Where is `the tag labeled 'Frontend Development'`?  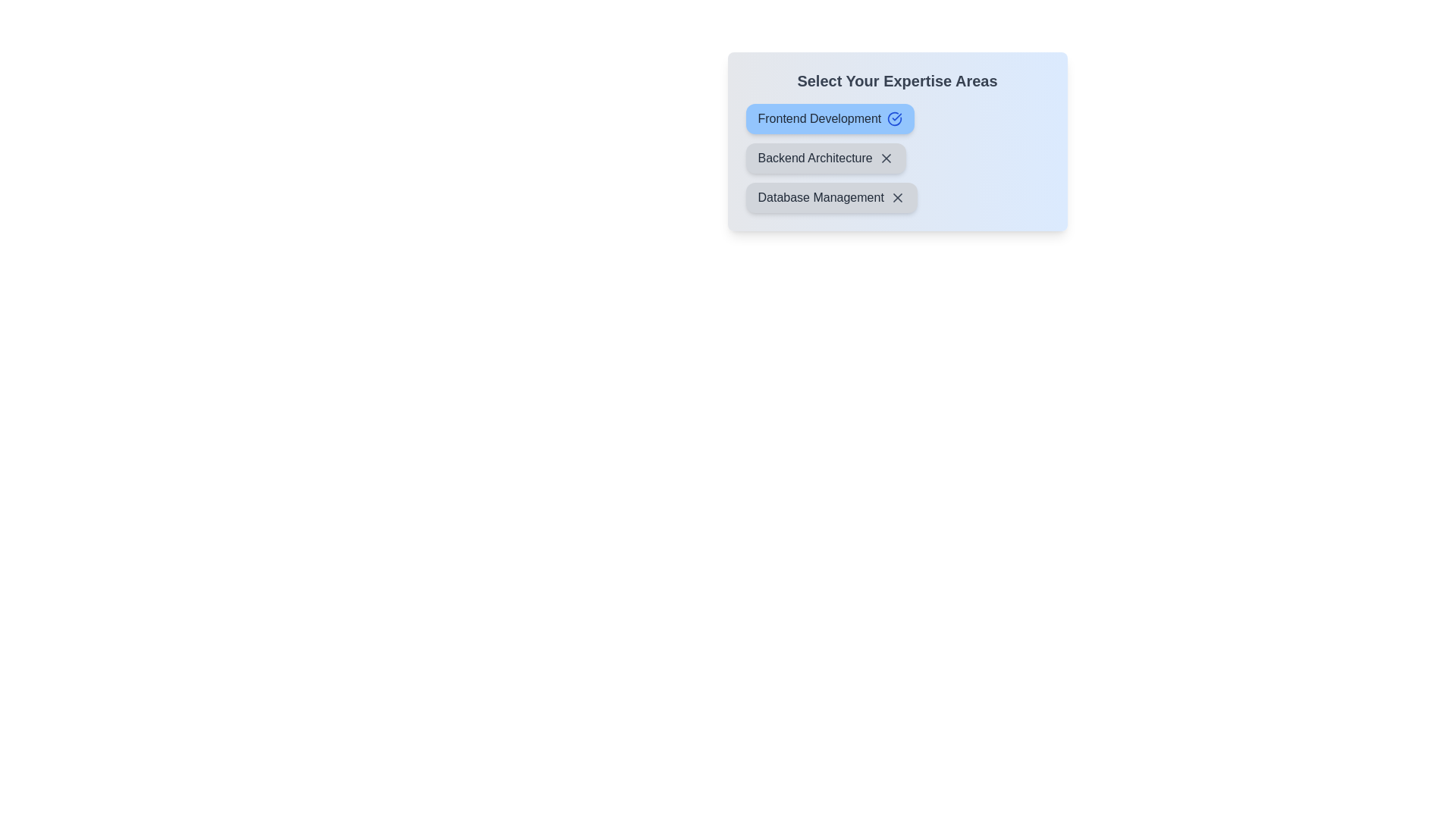 the tag labeled 'Frontend Development' is located at coordinates (829, 118).